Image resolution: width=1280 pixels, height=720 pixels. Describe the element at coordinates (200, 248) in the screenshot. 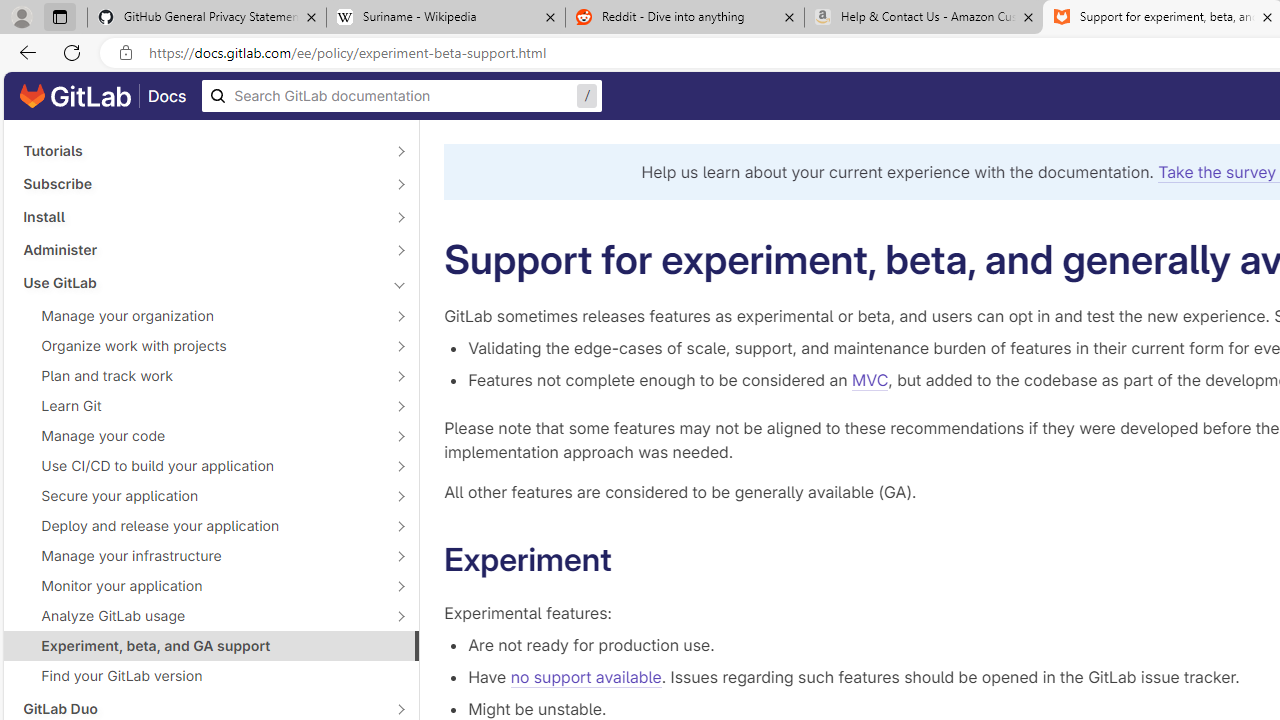

I see `'Administer'` at that location.